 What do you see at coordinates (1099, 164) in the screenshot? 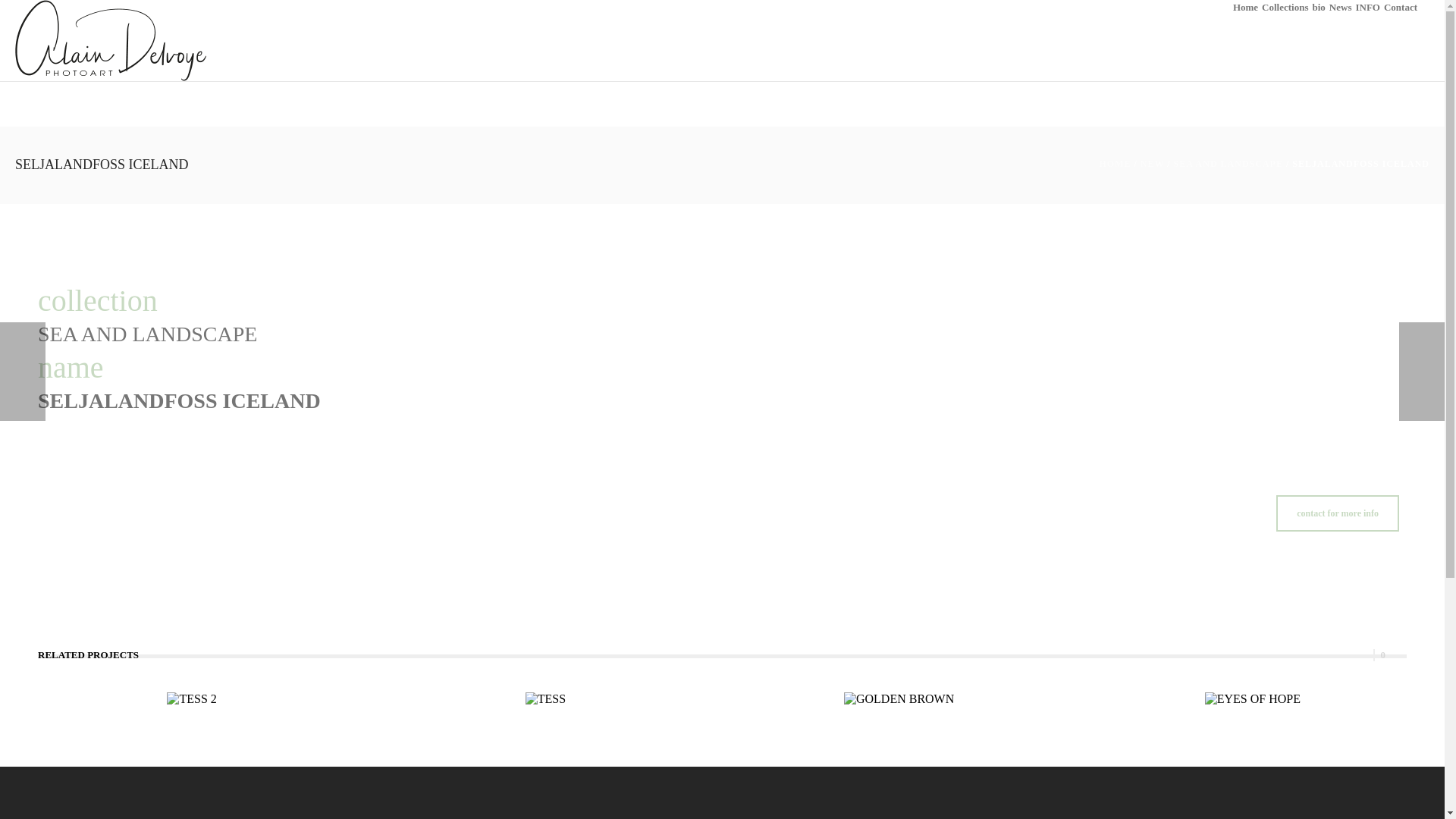
I see `'HOME'` at bounding box center [1099, 164].